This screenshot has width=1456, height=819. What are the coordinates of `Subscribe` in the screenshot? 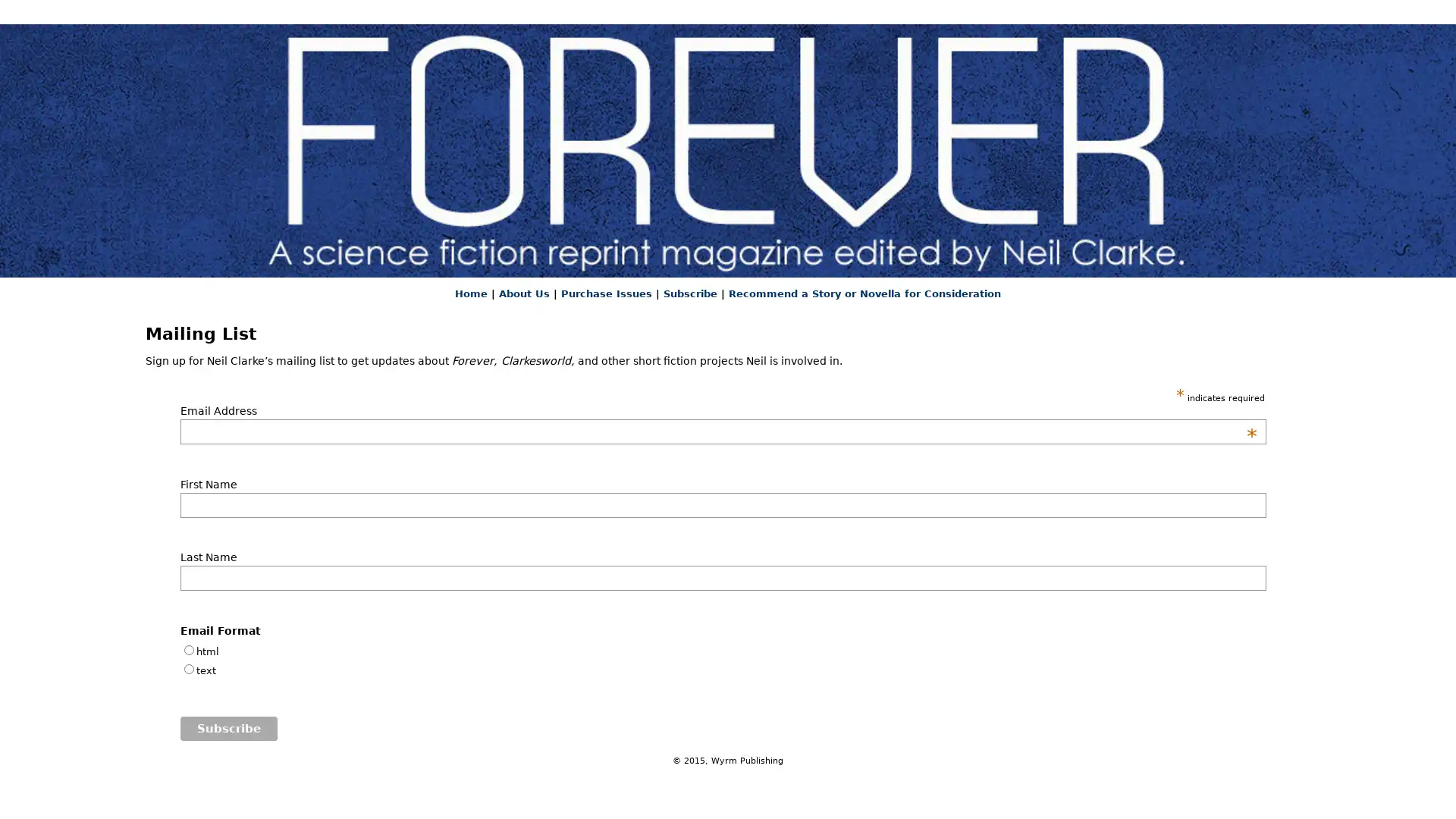 It's located at (228, 727).